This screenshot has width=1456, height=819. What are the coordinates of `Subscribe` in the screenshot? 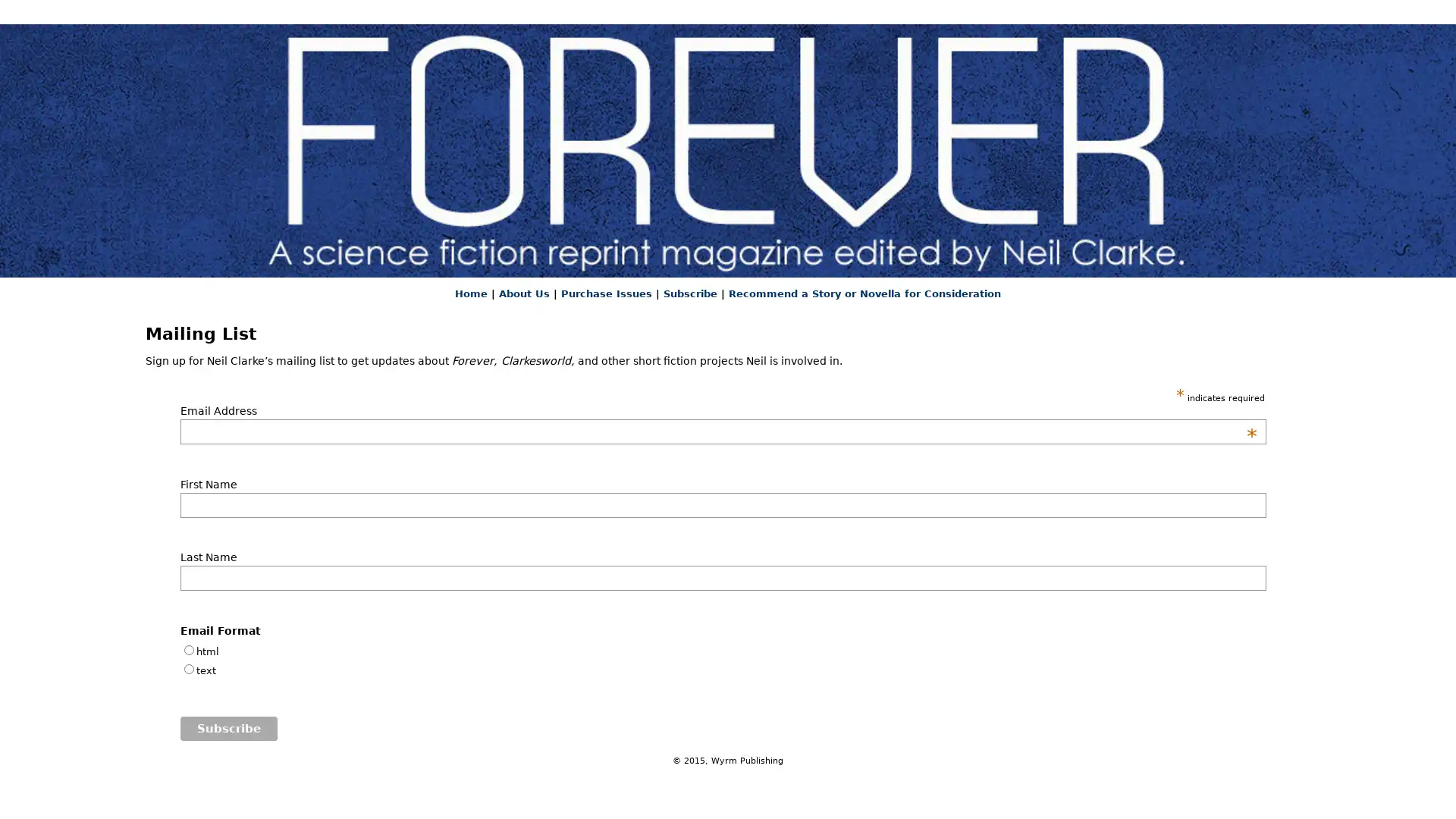 It's located at (228, 727).